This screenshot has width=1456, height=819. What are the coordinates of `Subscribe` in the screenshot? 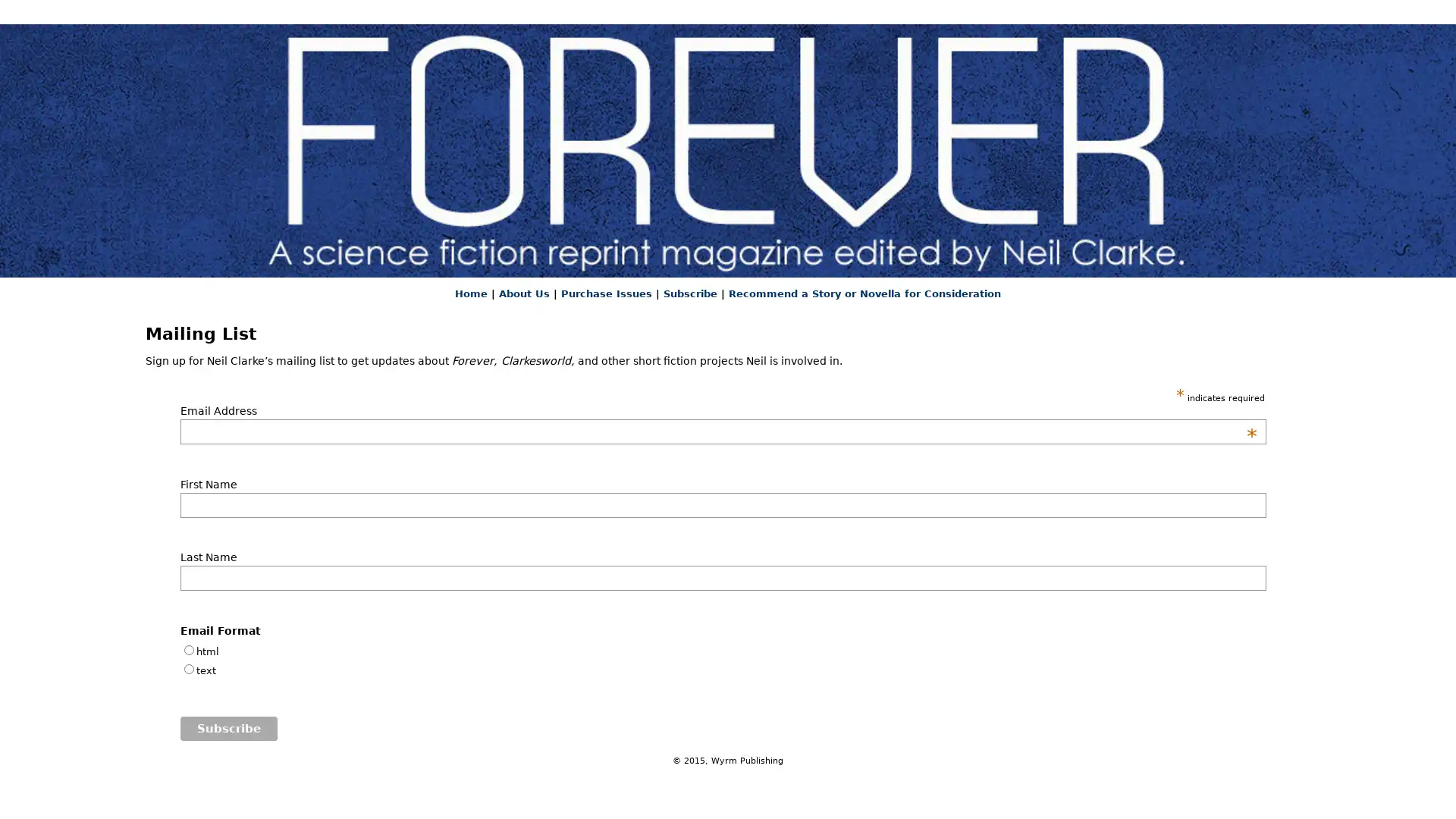 It's located at (228, 727).